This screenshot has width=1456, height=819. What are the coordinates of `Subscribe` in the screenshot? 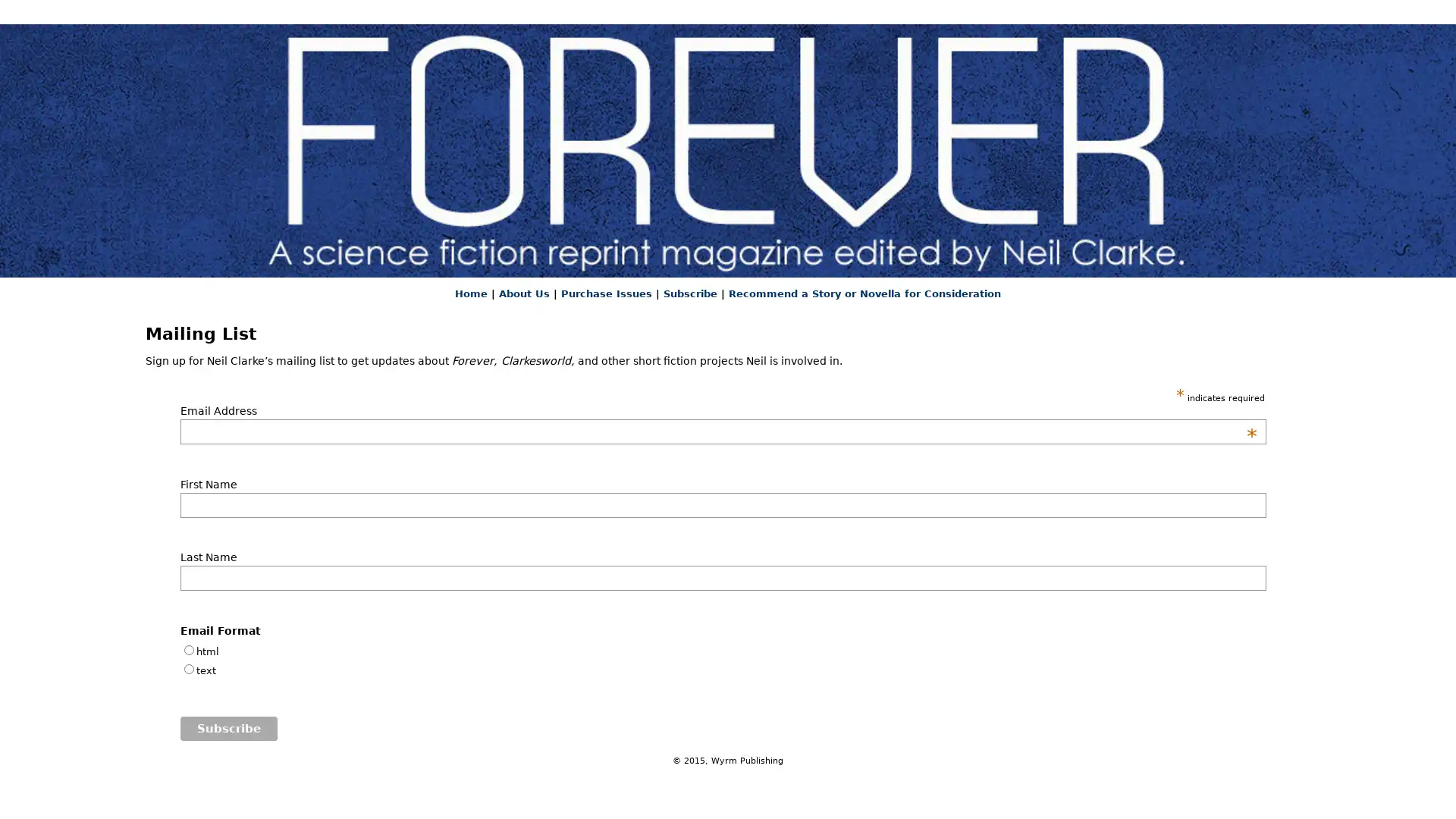 It's located at (228, 727).